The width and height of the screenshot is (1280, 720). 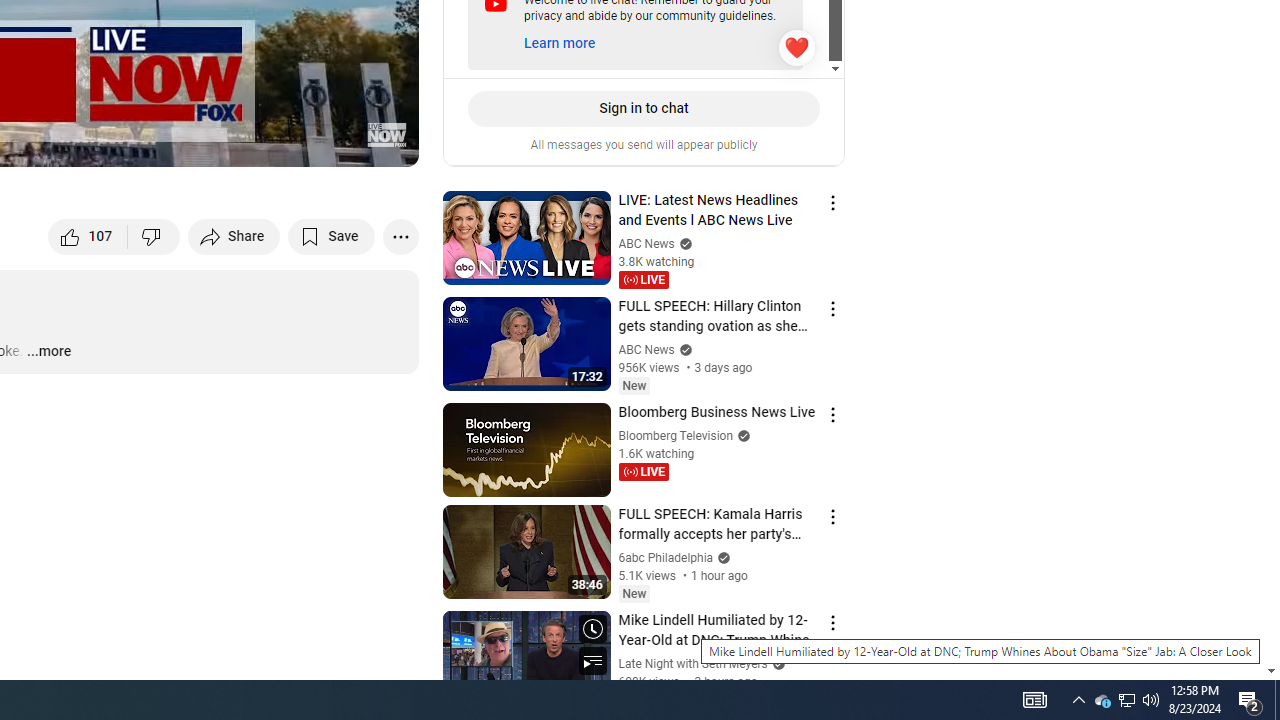 I want to click on 'Full screen (f)', so click(x=382, y=141).